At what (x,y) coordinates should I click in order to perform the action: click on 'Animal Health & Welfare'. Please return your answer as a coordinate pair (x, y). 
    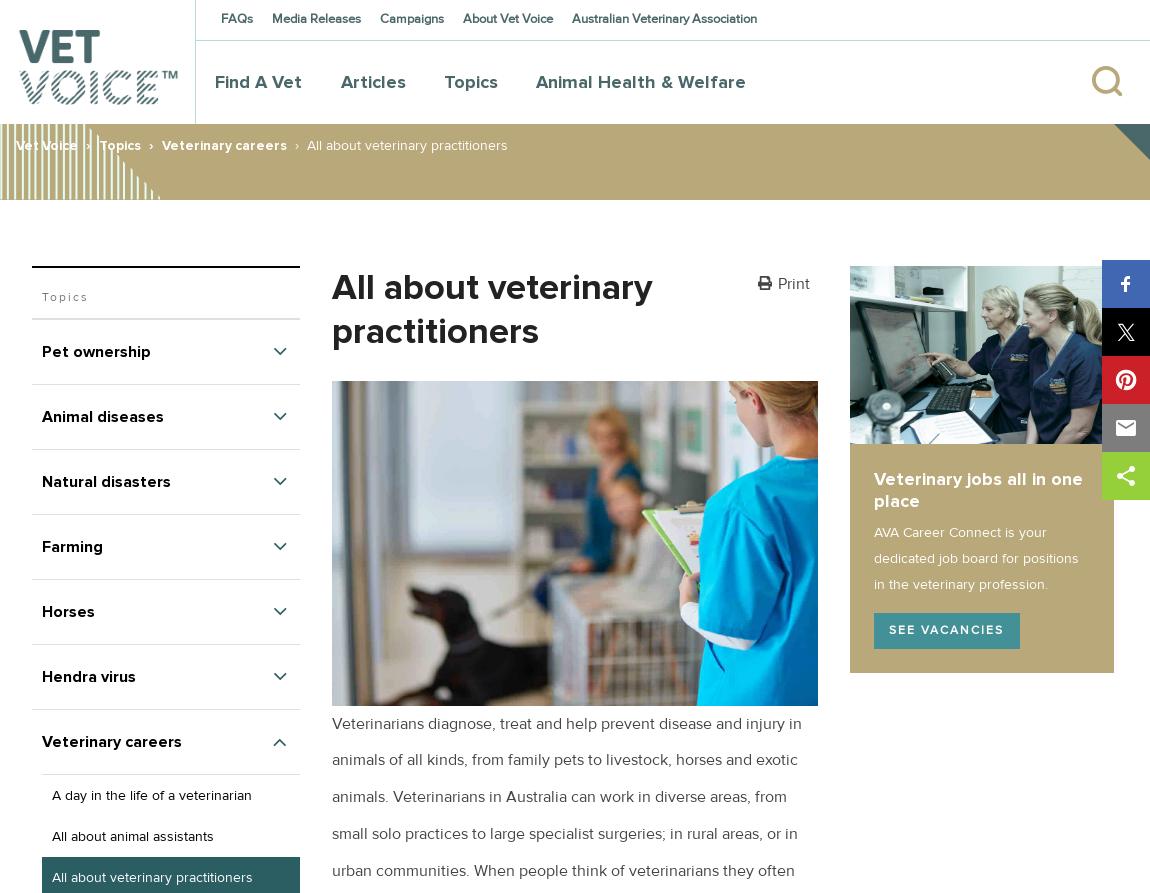
    Looking at the image, I should click on (640, 80).